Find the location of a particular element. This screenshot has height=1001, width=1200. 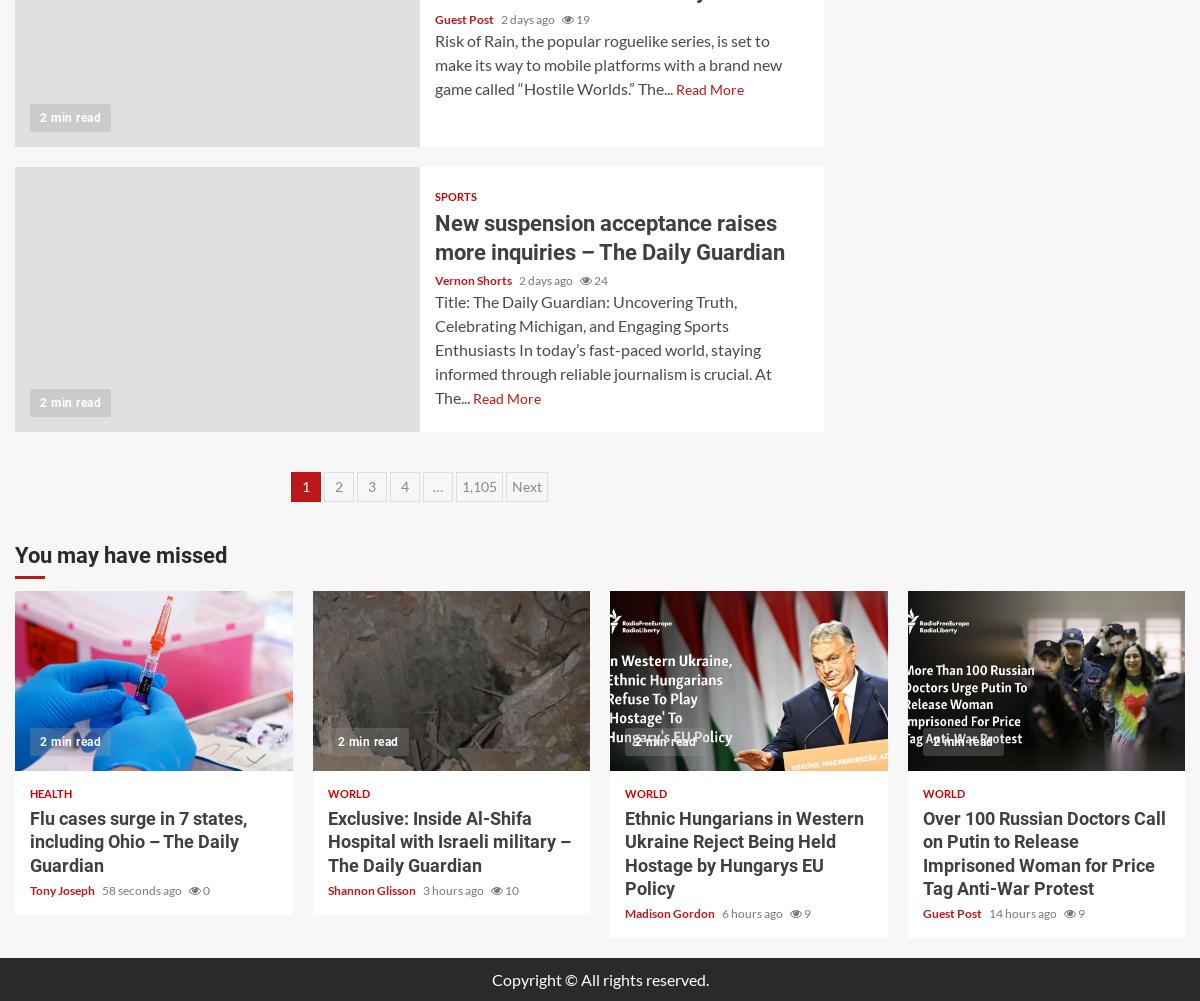

'Shannon Glisson' is located at coordinates (372, 889).